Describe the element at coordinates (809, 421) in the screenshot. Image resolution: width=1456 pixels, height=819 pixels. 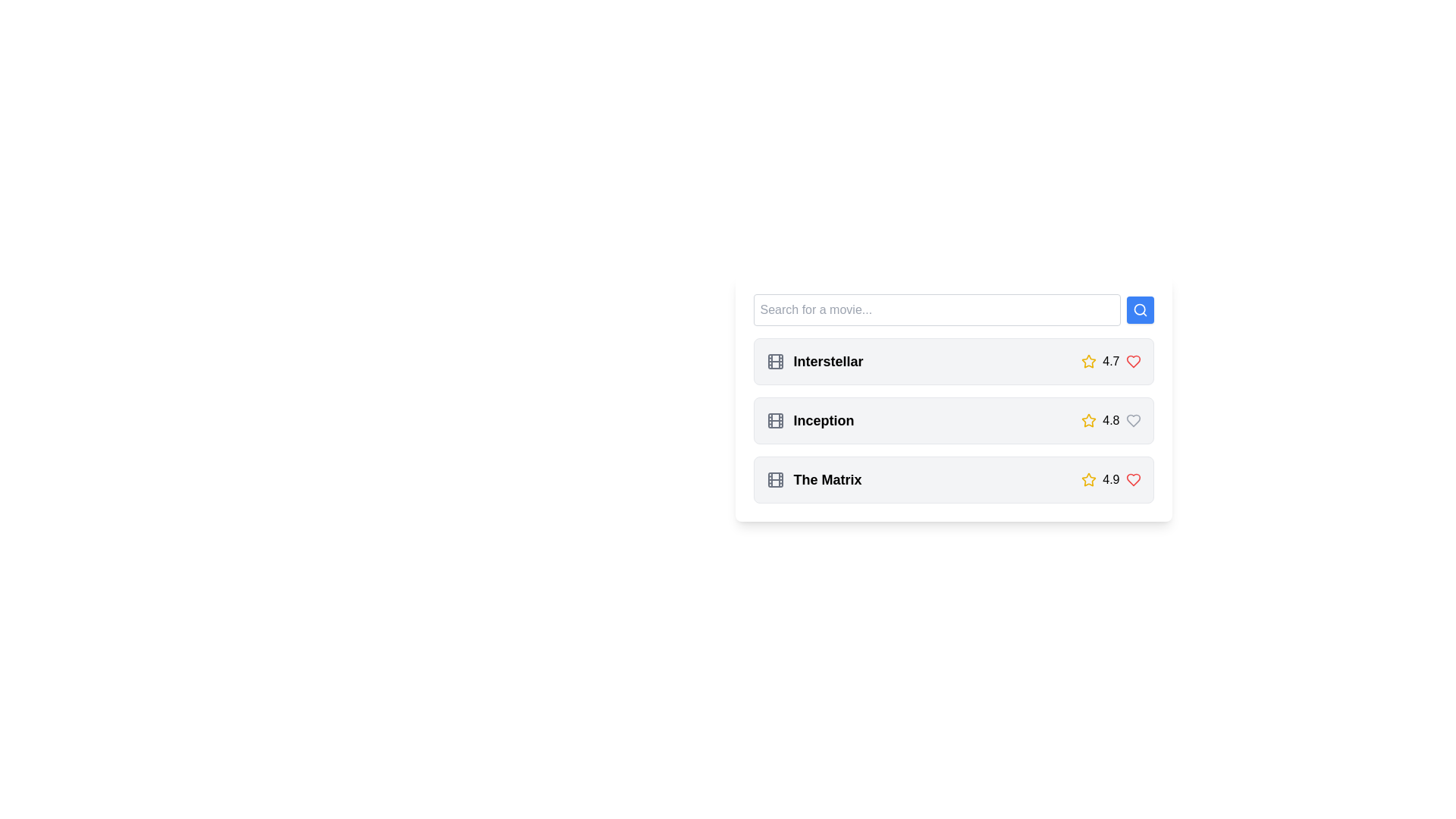
I see `the movie selection element displaying the text 'Inception' with a film reel icon, which is the second entry in the movie options list` at that location.